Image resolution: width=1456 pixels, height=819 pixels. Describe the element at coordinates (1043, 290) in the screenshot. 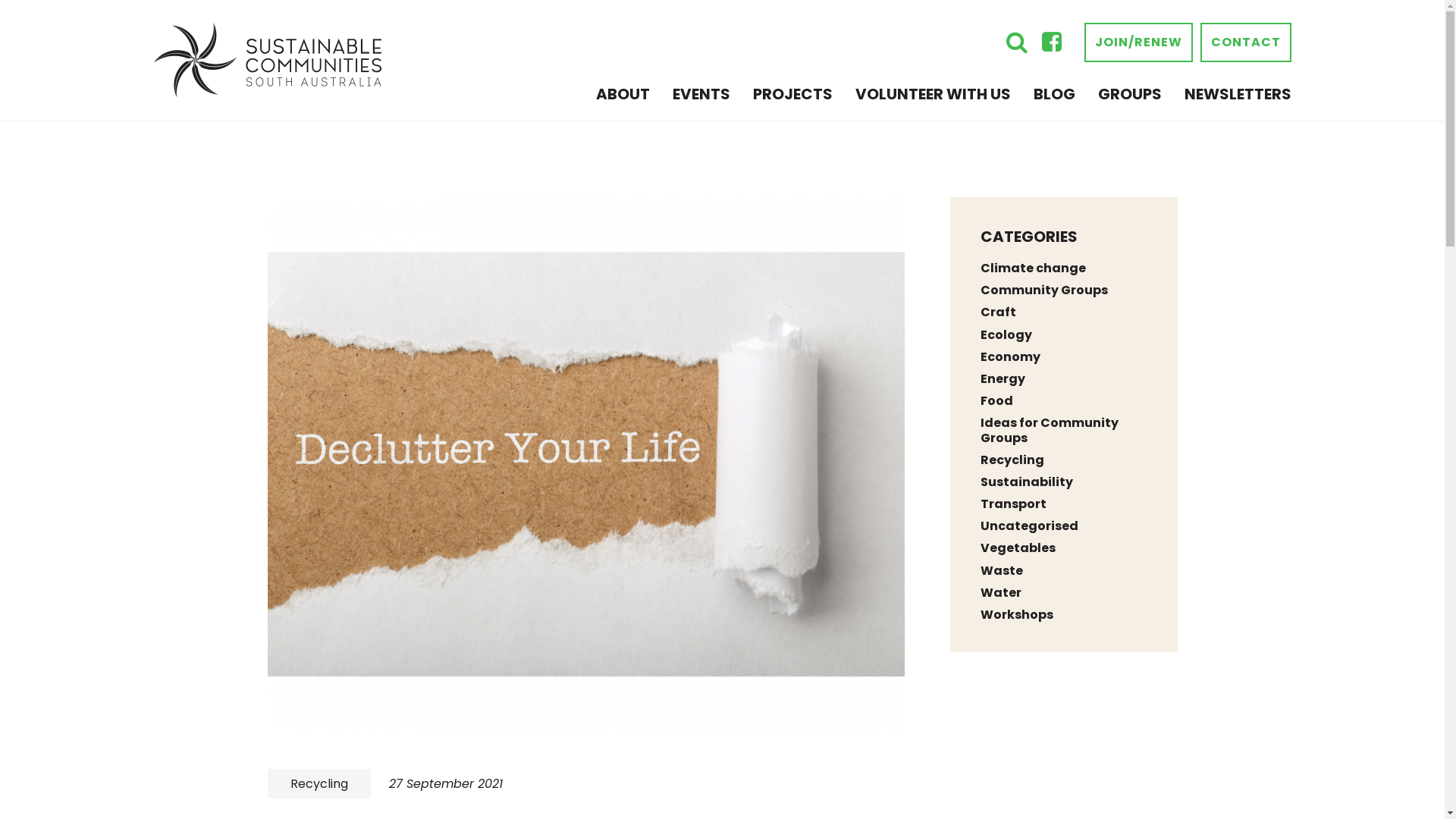

I see `'Community Groups'` at that location.